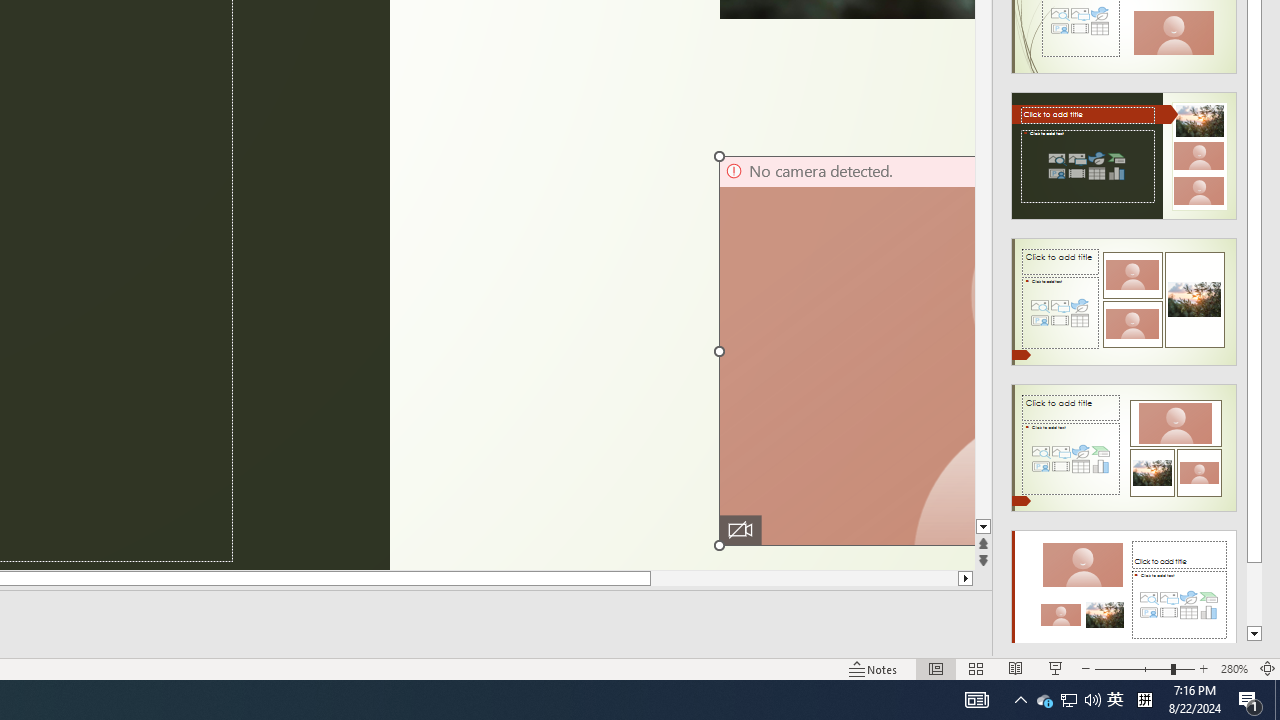 Image resolution: width=1280 pixels, height=720 pixels. Describe the element at coordinates (1233, 669) in the screenshot. I see `'Zoom 280%'` at that location.